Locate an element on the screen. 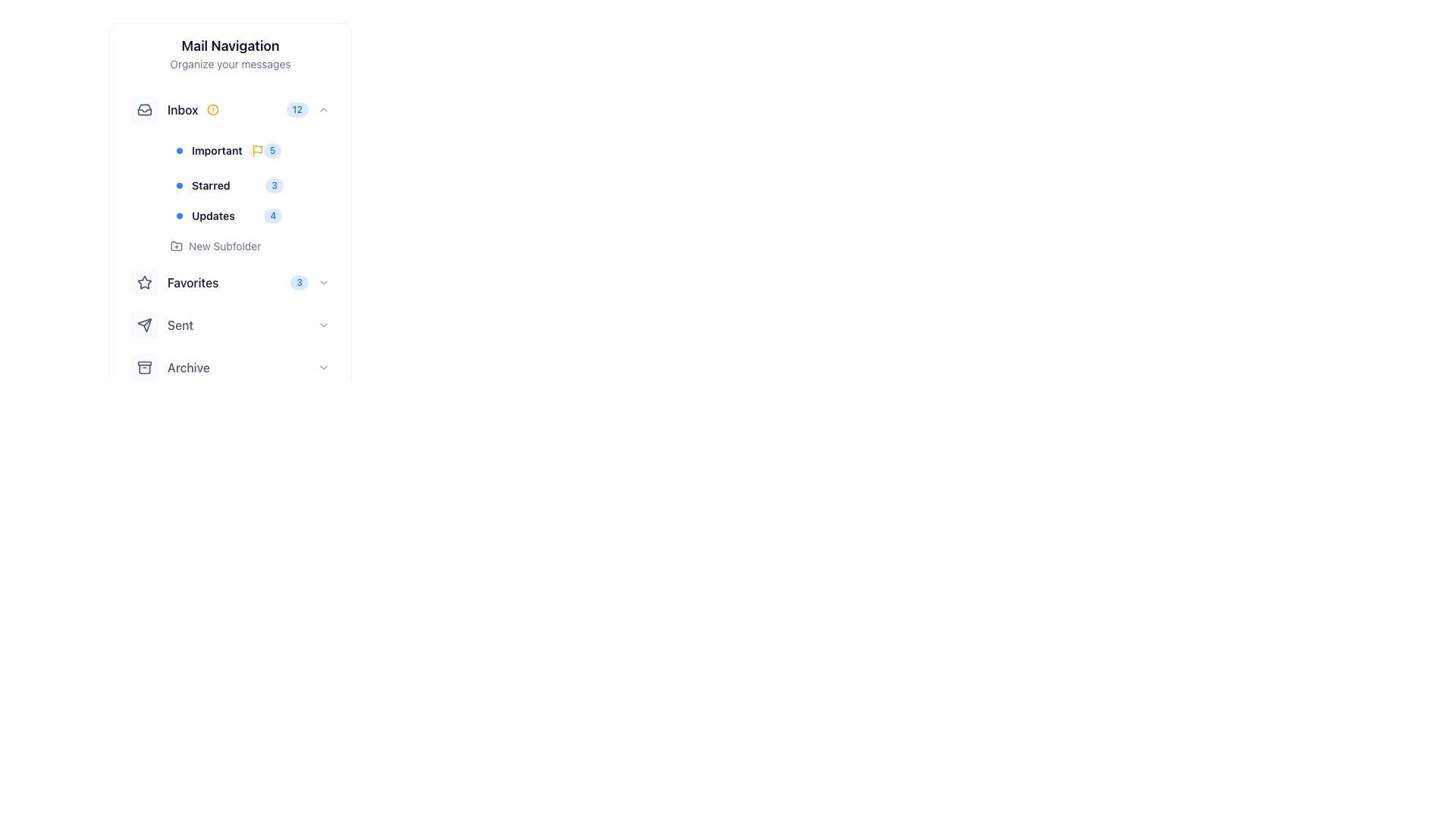 This screenshot has width=1456, height=819. number displayed on the Notification badge located in the navigation pane under the 'Inbox' label, positioned to the right of the Inbox text and icon is located at coordinates (297, 109).